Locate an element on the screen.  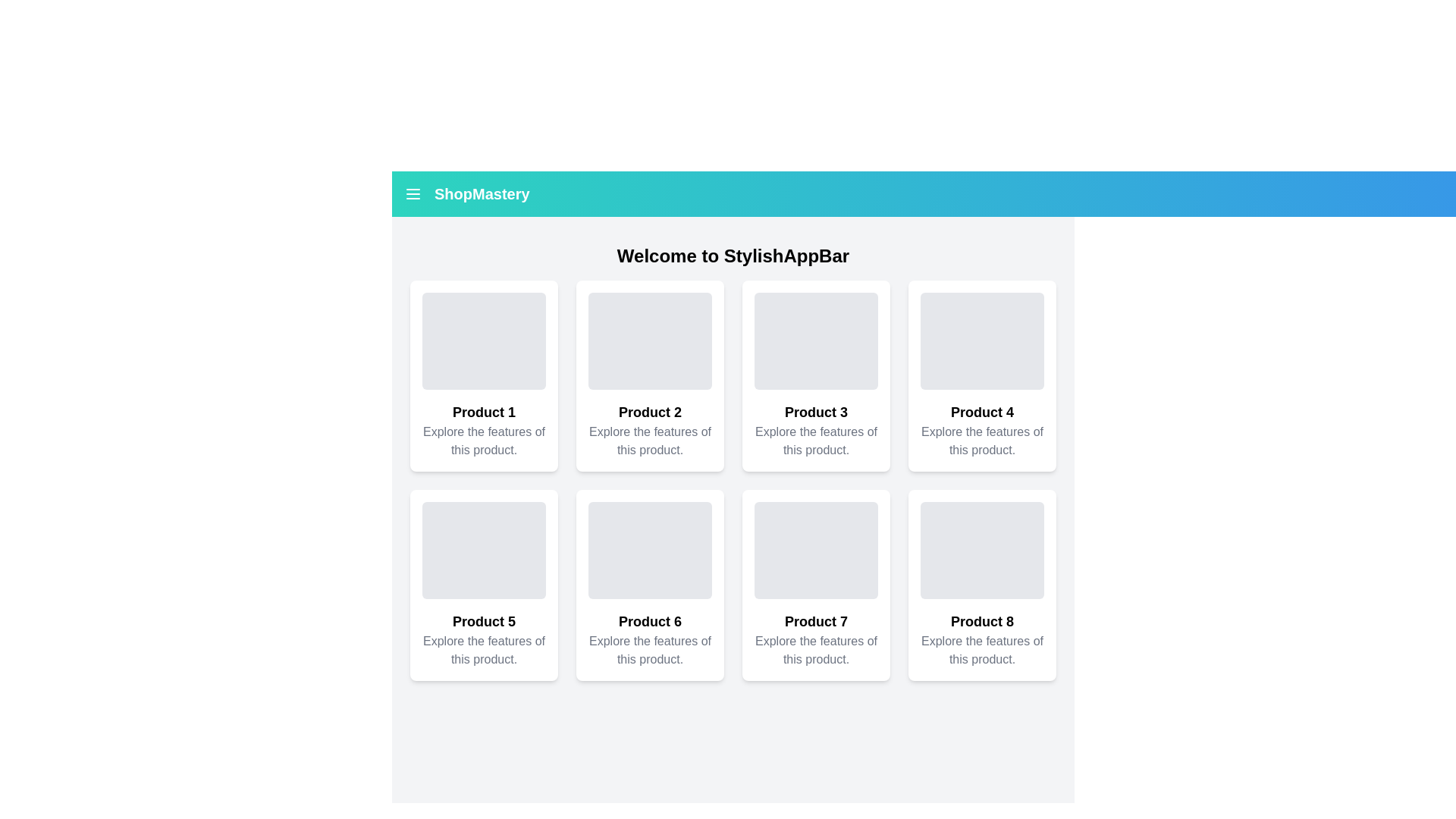
the image placeholder for 'Product 8' is located at coordinates (982, 550).